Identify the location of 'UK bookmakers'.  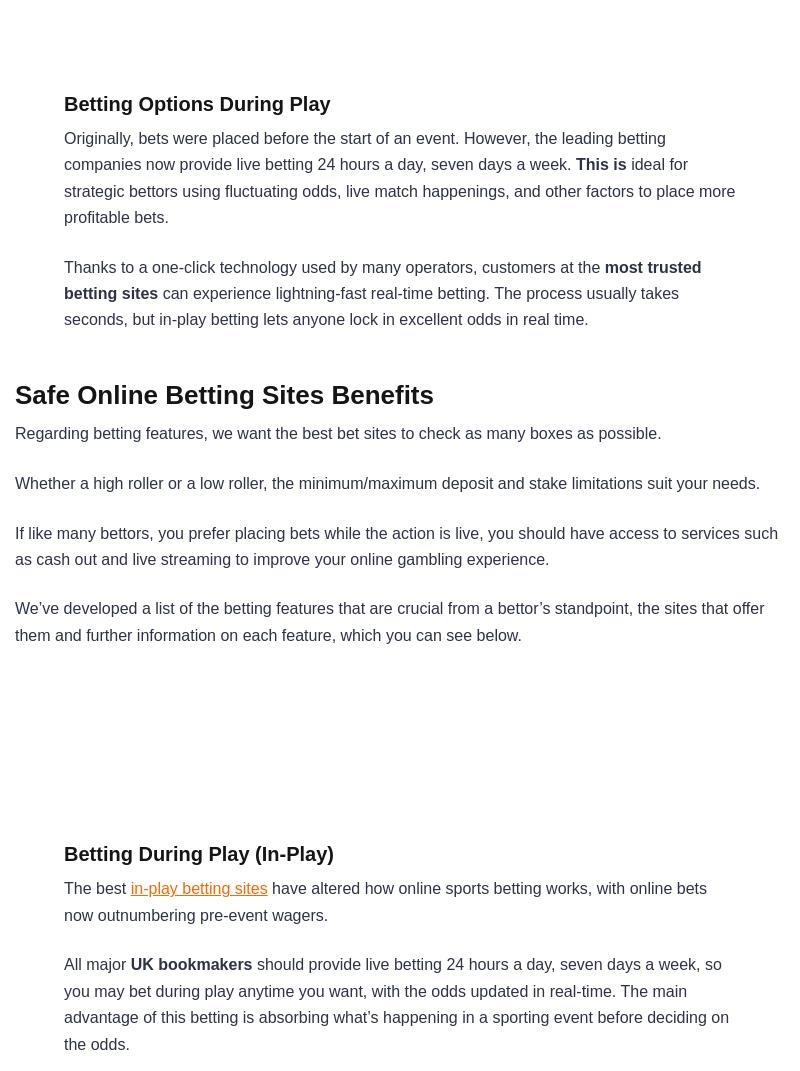
(190, 963).